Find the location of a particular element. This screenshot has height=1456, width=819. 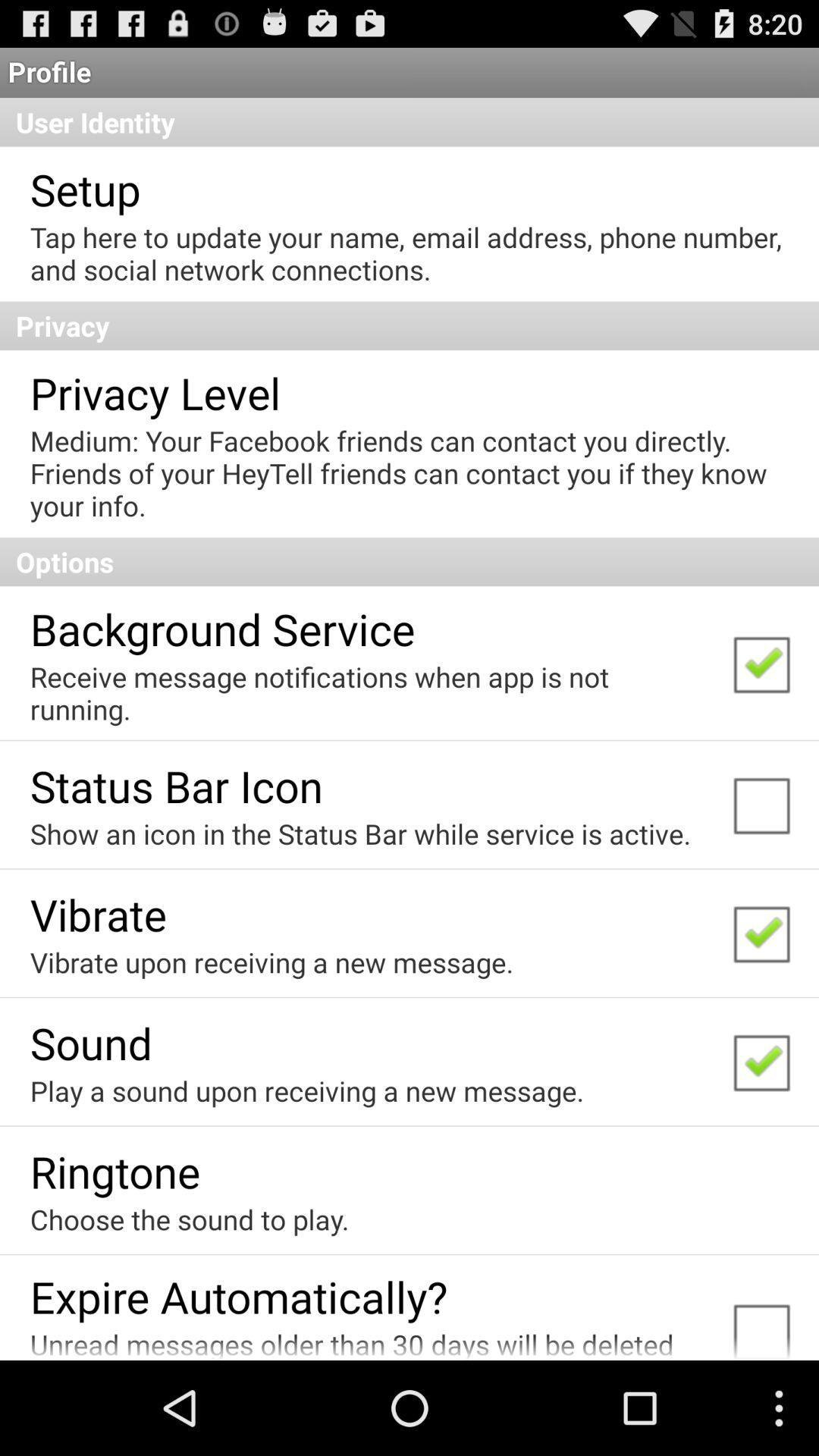

the options item is located at coordinates (409, 560).